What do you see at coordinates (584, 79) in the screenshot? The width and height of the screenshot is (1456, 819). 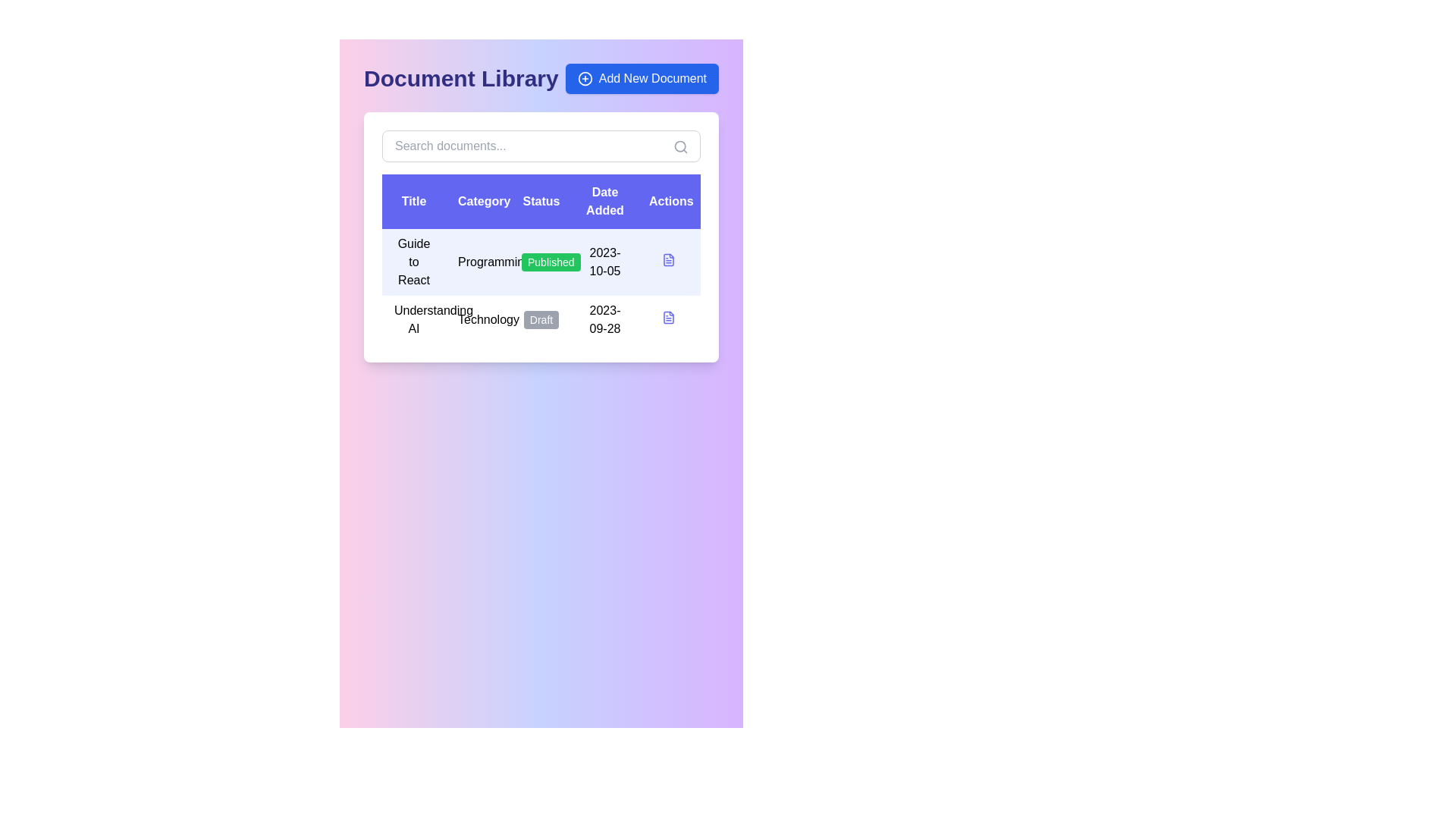 I see `the 'Add New Document' button, which contains the icon for adding or creating a new item, located in the top-right corner of the main interface` at bounding box center [584, 79].